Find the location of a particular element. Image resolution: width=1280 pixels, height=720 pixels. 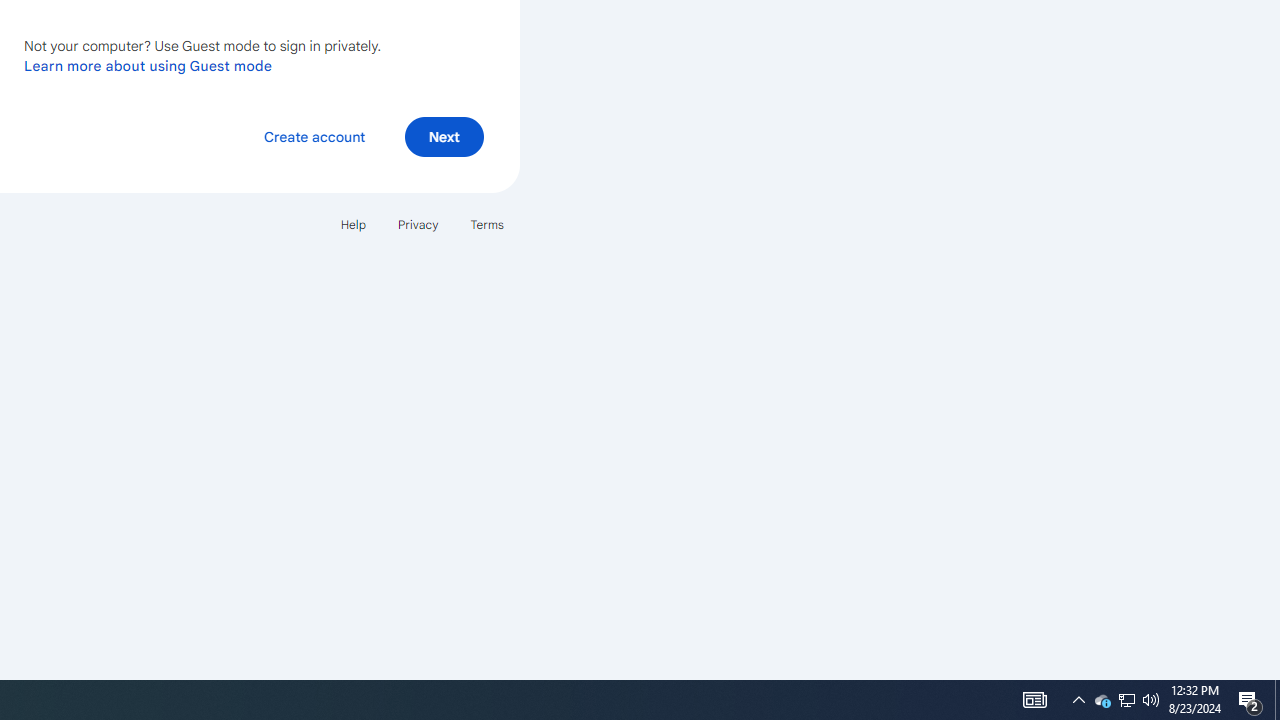

'Create account' is located at coordinates (313, 135).